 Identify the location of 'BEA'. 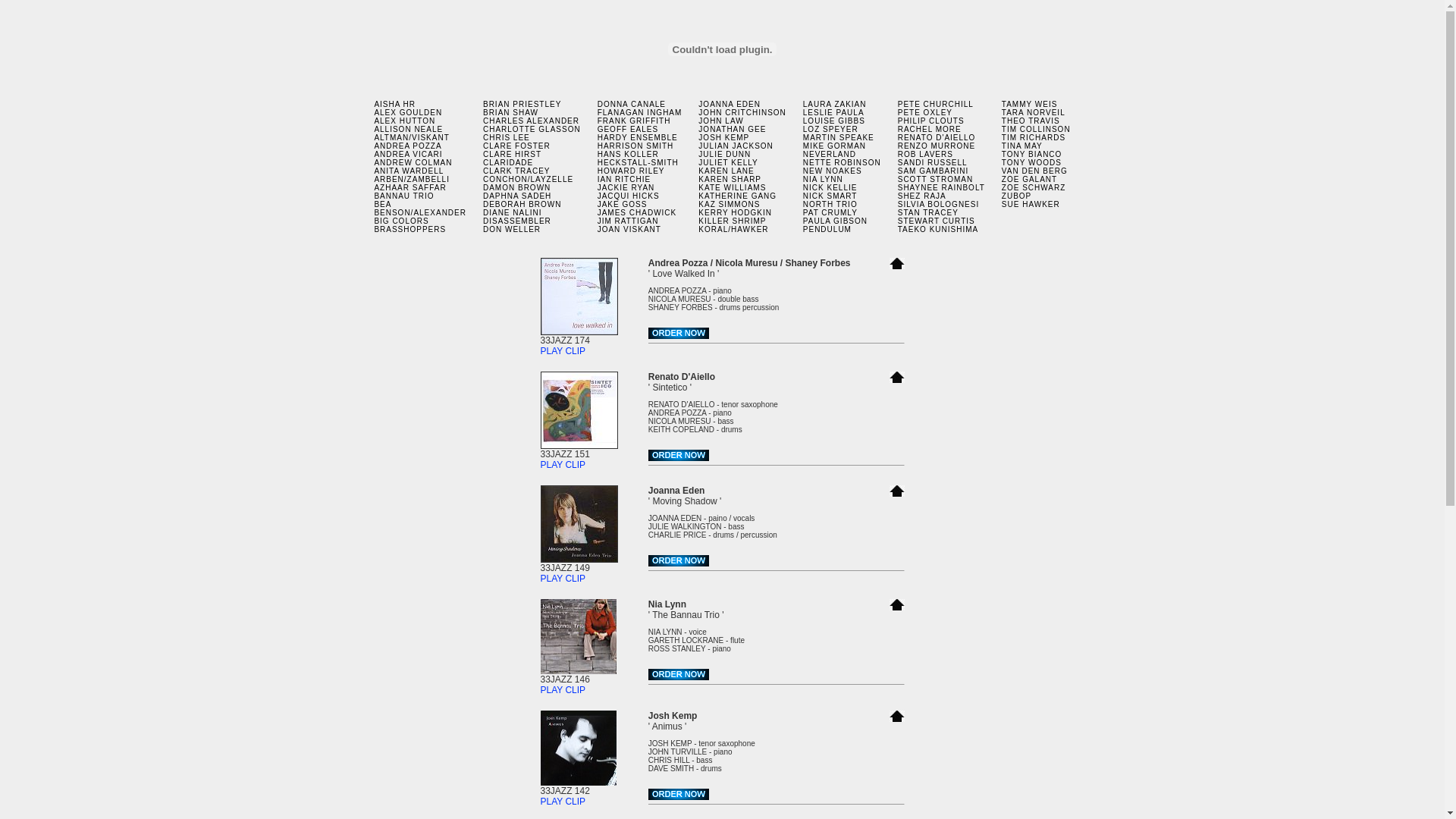
(382, 203).